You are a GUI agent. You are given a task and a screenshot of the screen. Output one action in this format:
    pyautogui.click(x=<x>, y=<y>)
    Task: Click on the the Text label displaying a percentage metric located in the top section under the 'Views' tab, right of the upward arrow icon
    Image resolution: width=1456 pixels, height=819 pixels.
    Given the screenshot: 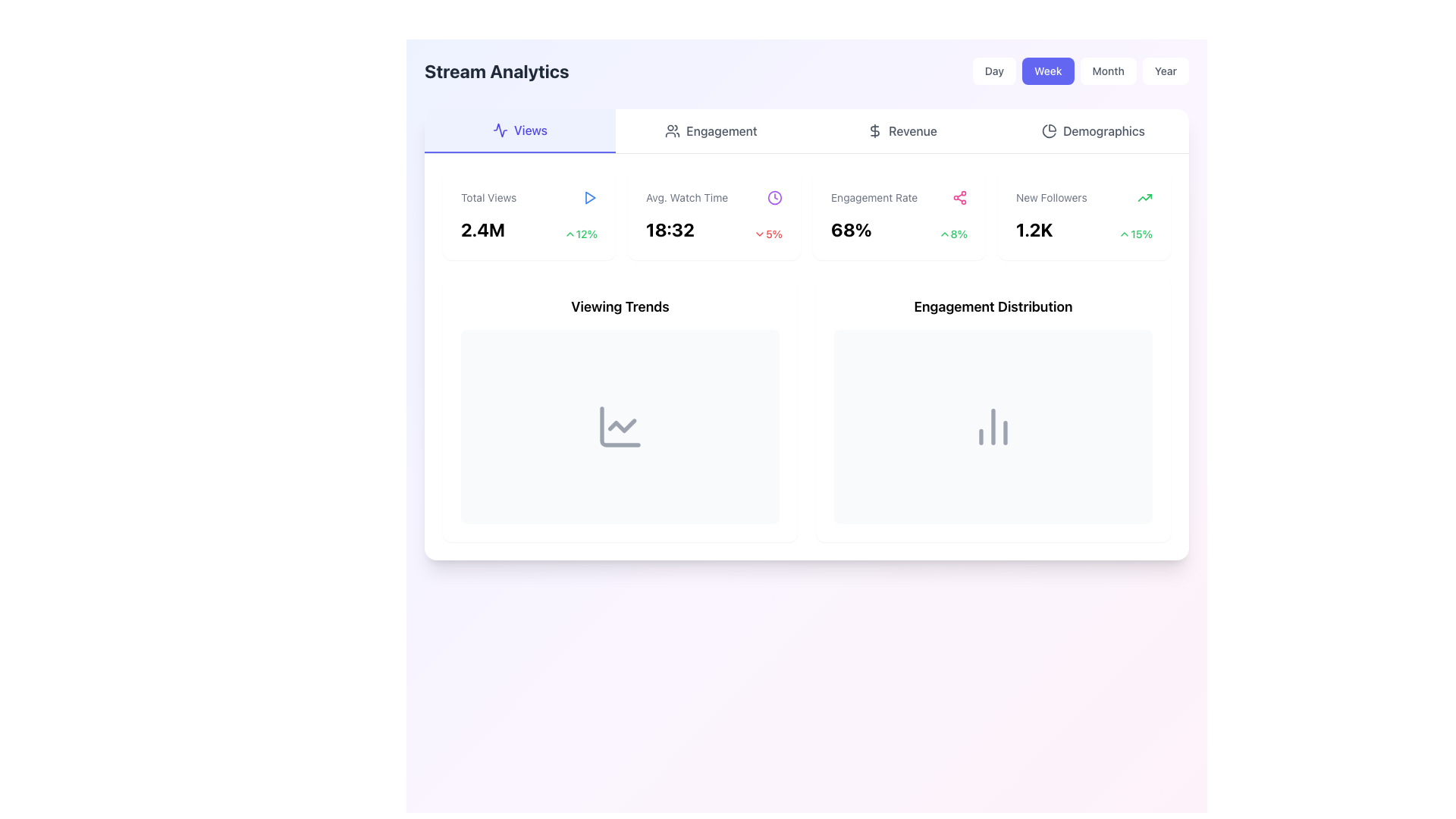 What is the action you would take?
    pyautogui.click(x=585, y=234)
    